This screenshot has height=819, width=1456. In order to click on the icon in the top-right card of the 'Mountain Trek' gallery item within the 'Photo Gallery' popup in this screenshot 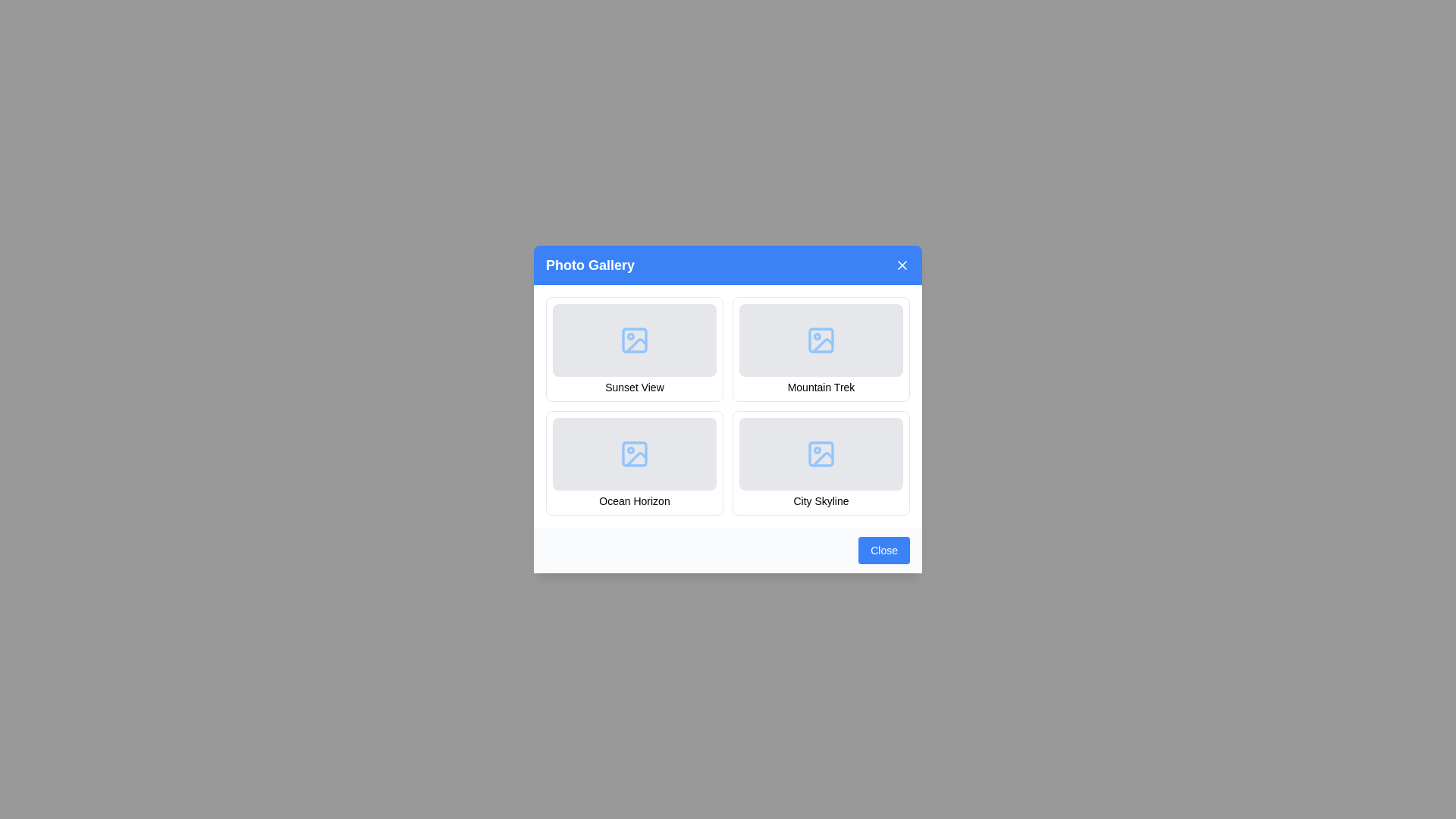, I will do `click(821, 339)`.